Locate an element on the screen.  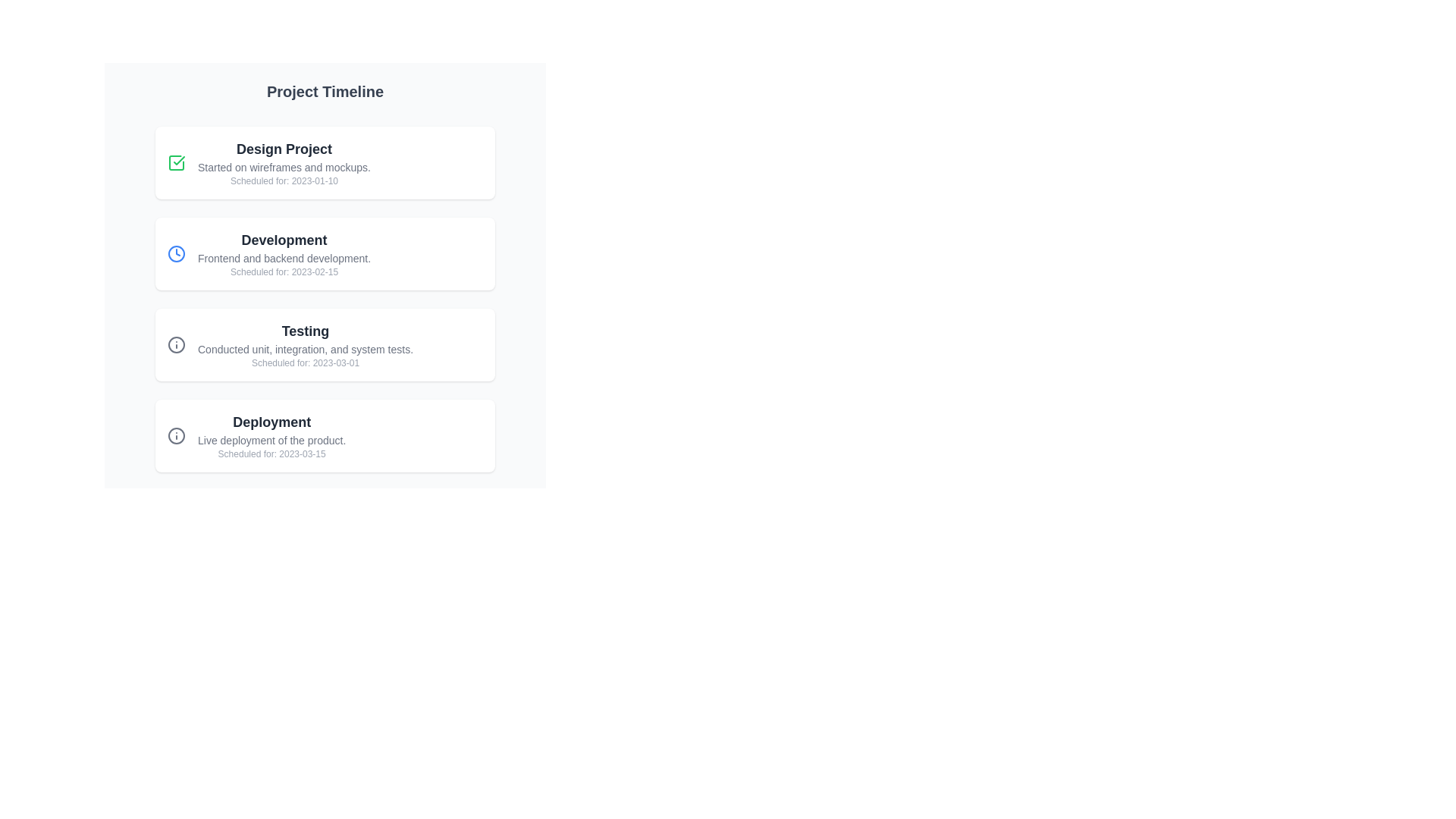
the blue circular clock icon located to the left of the 'Development' text in the second project timeline card is located at coordinates (177, 253).